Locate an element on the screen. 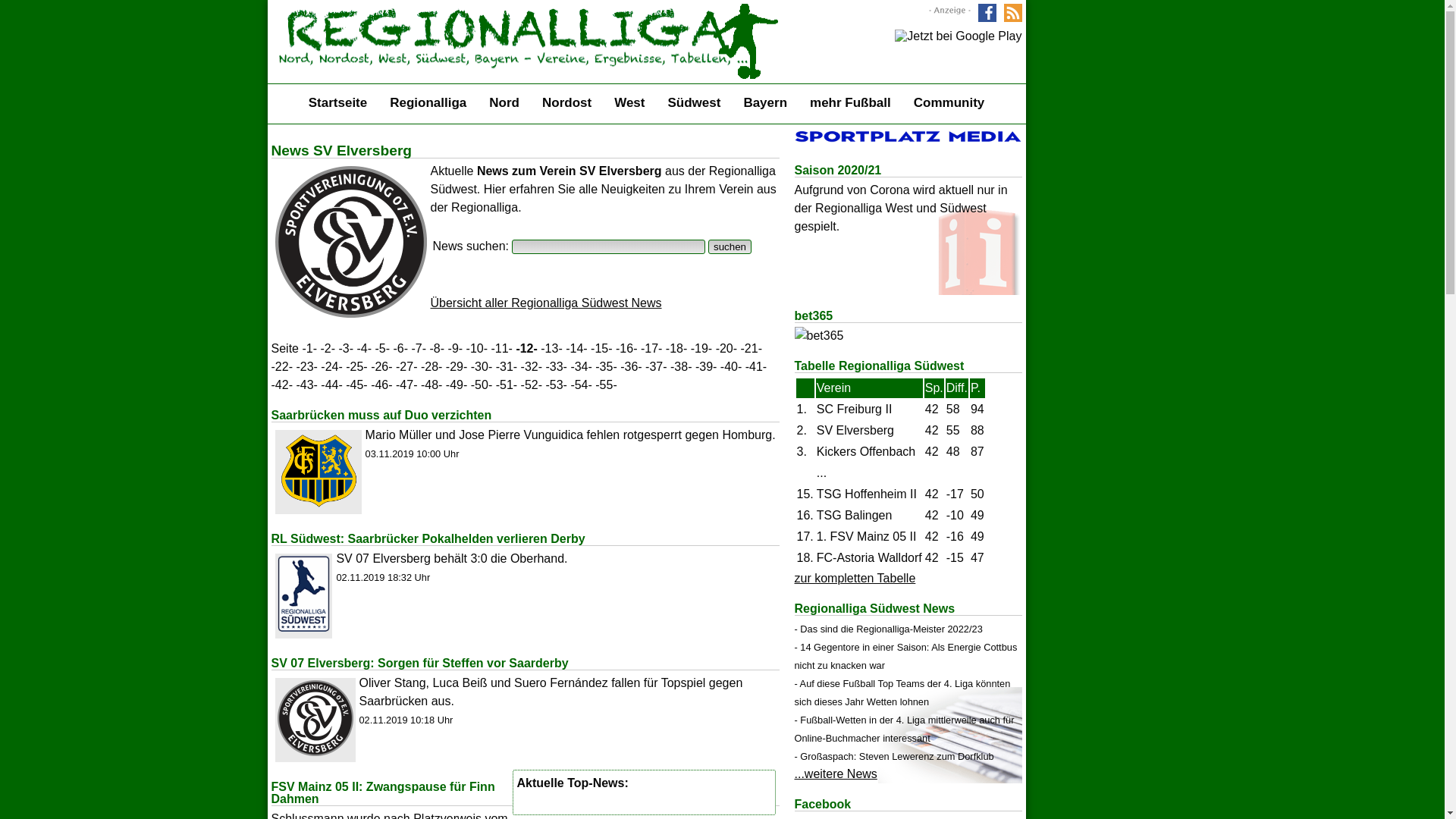  '-36-' is located at coordinates (630, 366).